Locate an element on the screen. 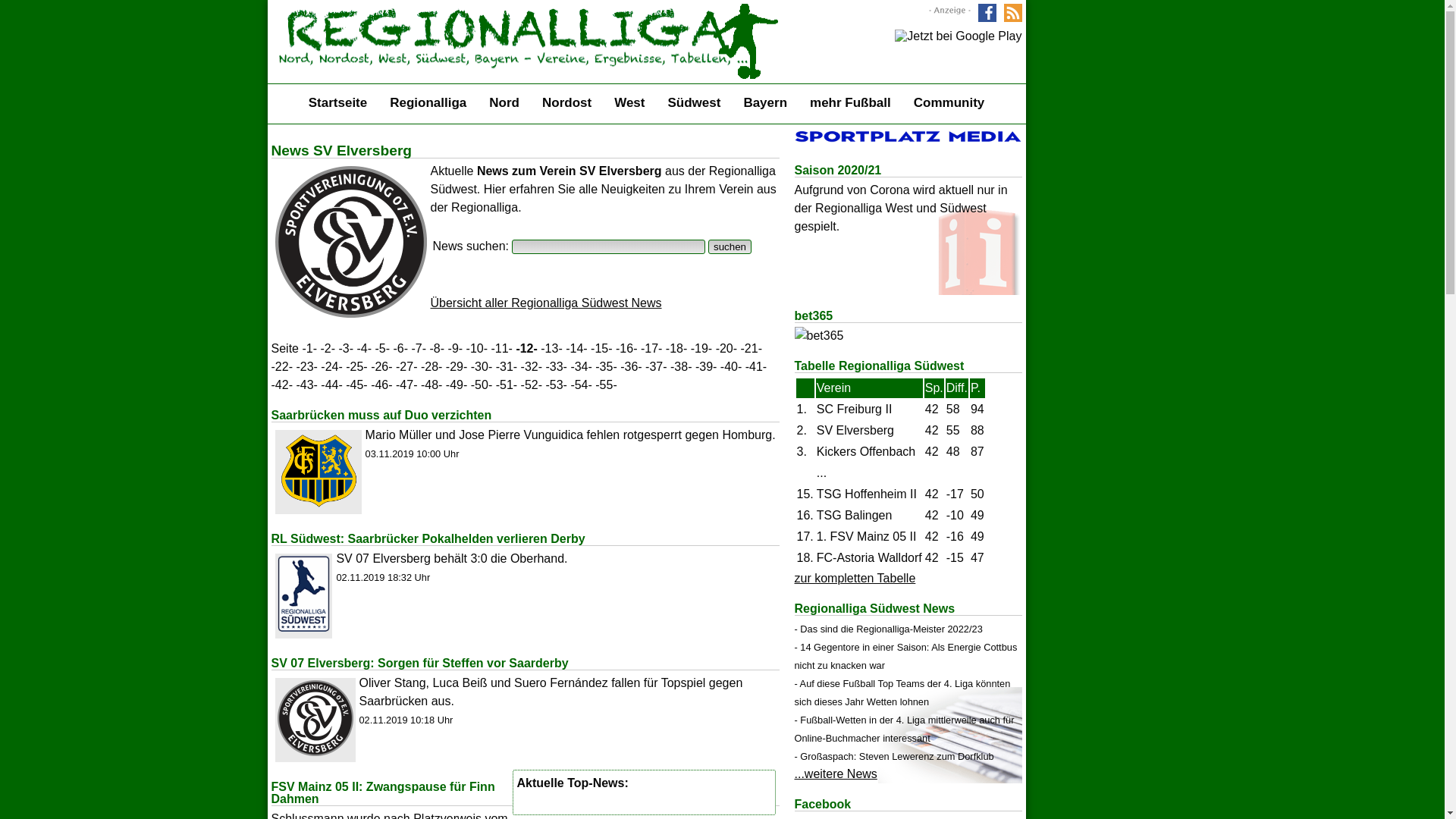  '-36-' is located at coordinates (630, 366).